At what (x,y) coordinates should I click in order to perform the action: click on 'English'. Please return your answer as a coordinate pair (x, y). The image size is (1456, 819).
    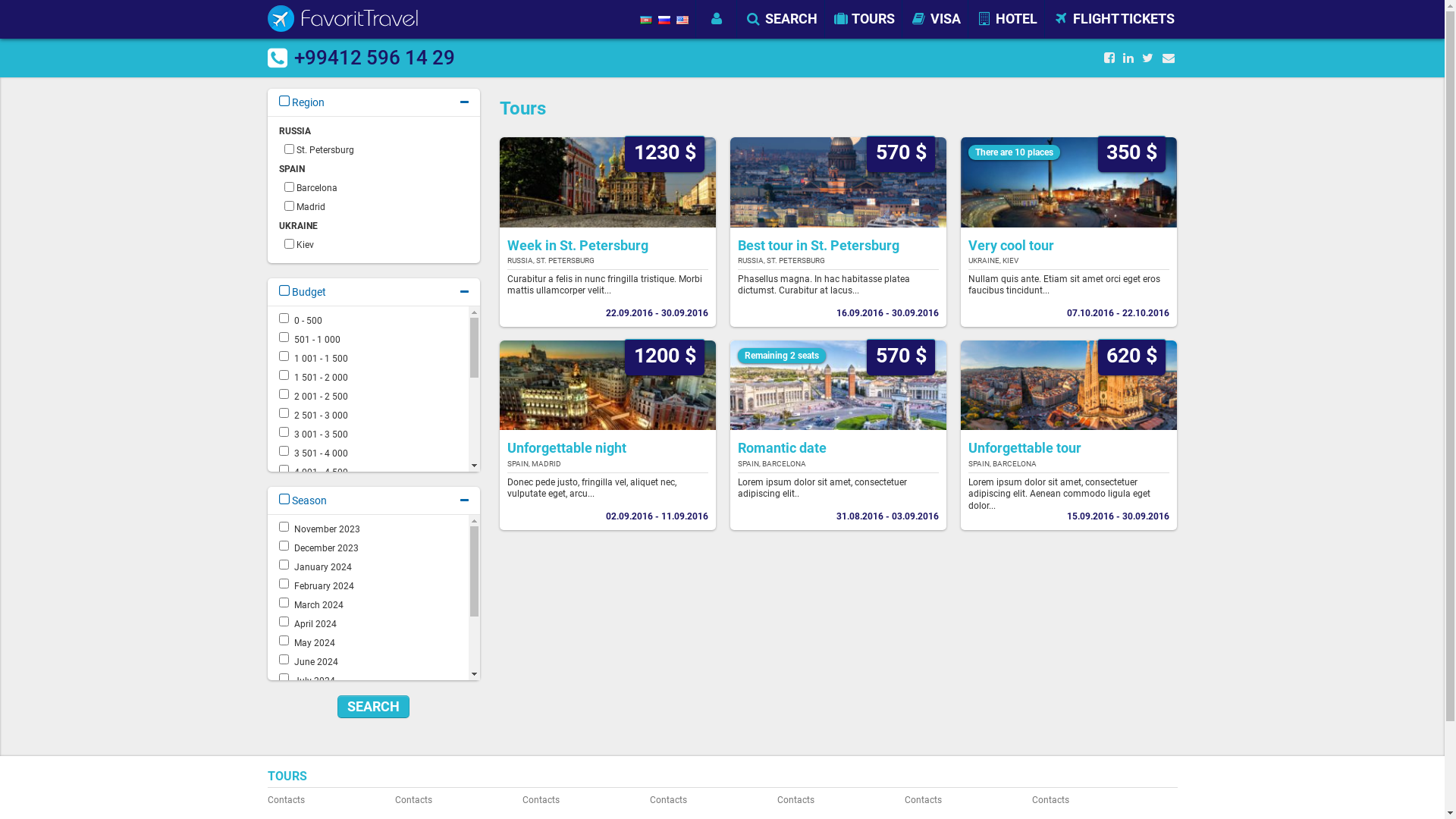
    Looking at the image, I should click on (682, 20).